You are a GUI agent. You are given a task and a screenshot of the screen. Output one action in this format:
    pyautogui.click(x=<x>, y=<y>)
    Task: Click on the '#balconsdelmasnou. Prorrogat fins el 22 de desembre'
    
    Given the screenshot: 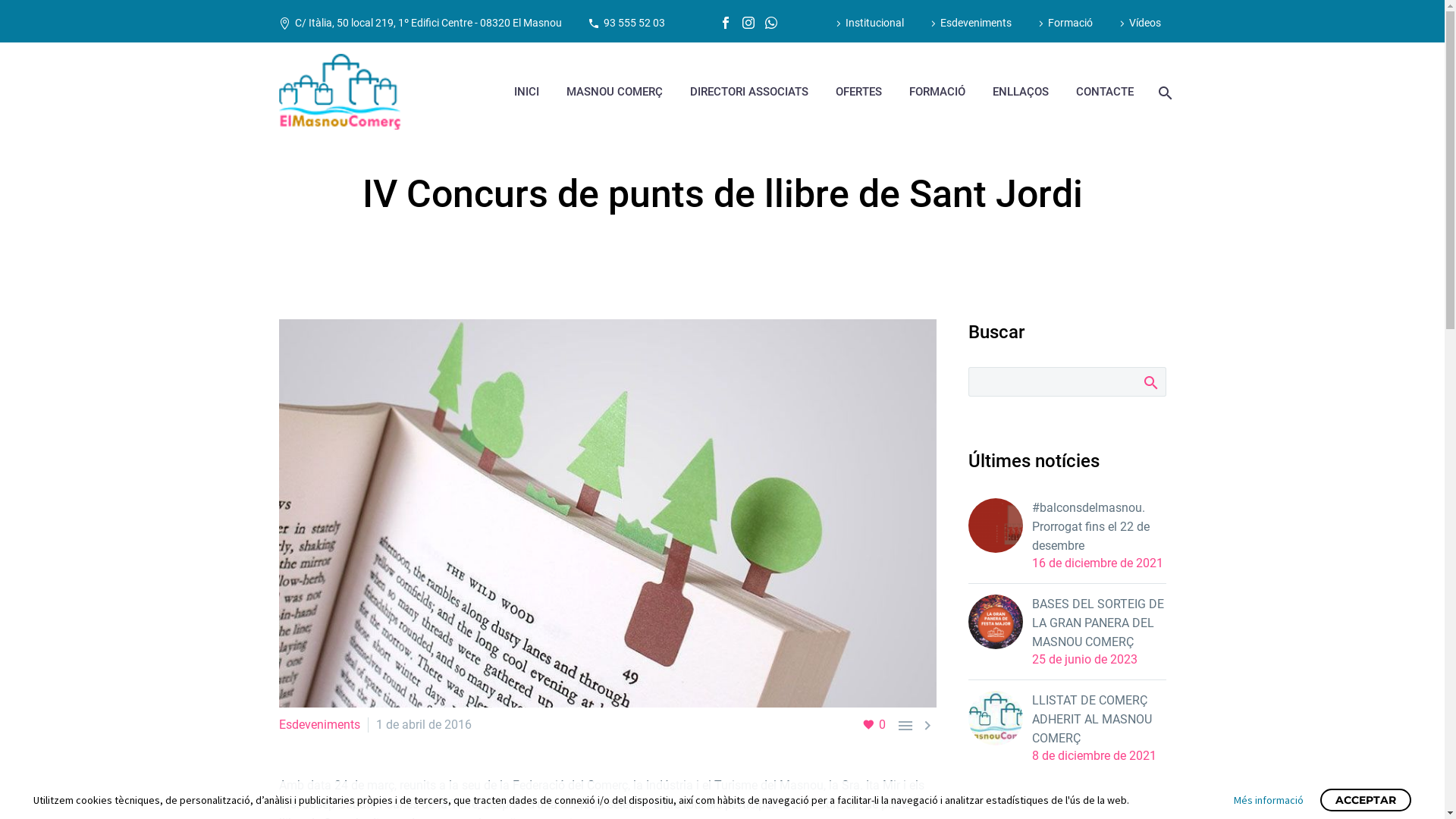 What is the action you would take?
    pyautogui.click(x=1031, y=526)
    